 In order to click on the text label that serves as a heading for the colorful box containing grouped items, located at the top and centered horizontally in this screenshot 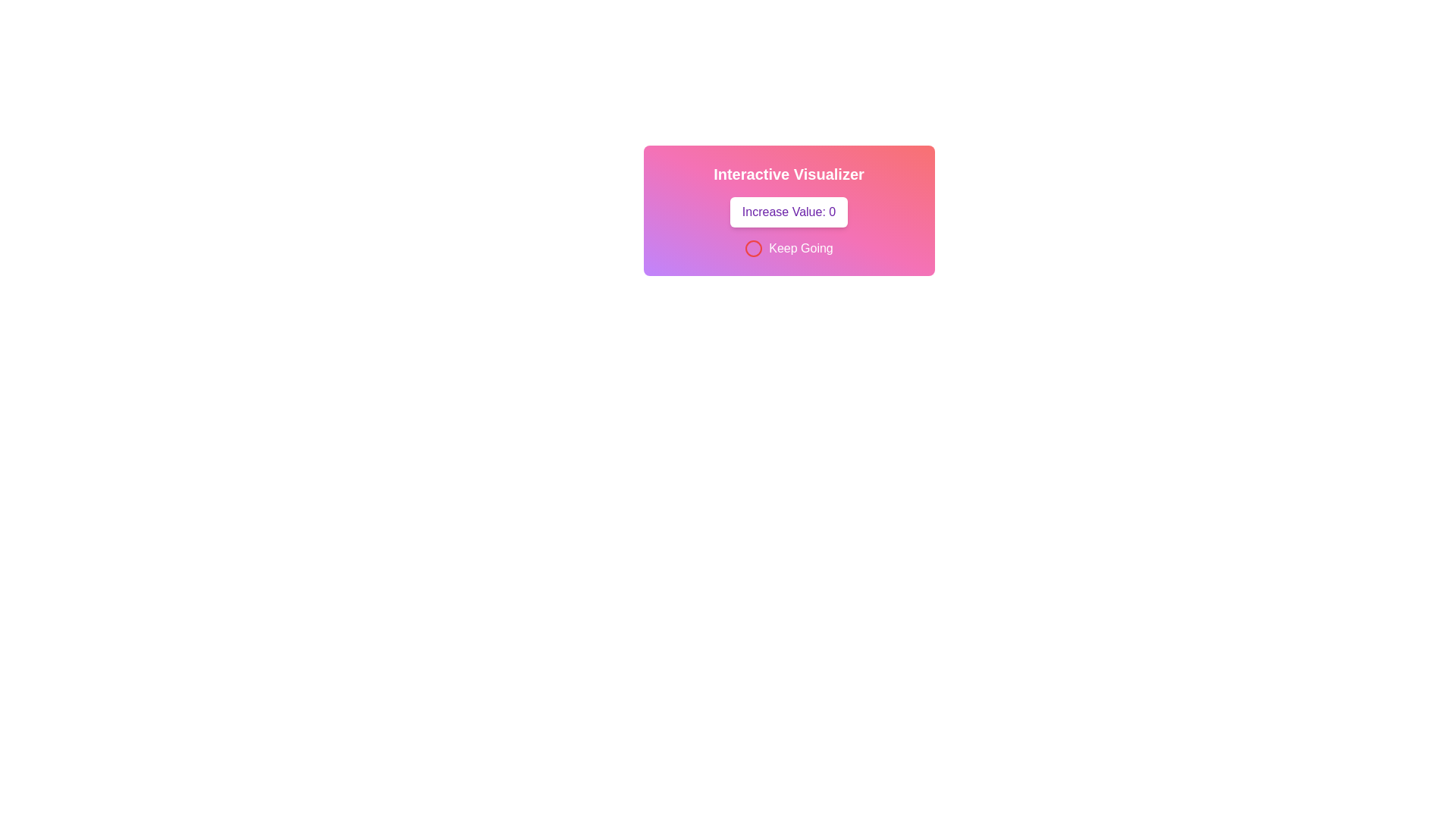, I will do `click(789, 174)`.